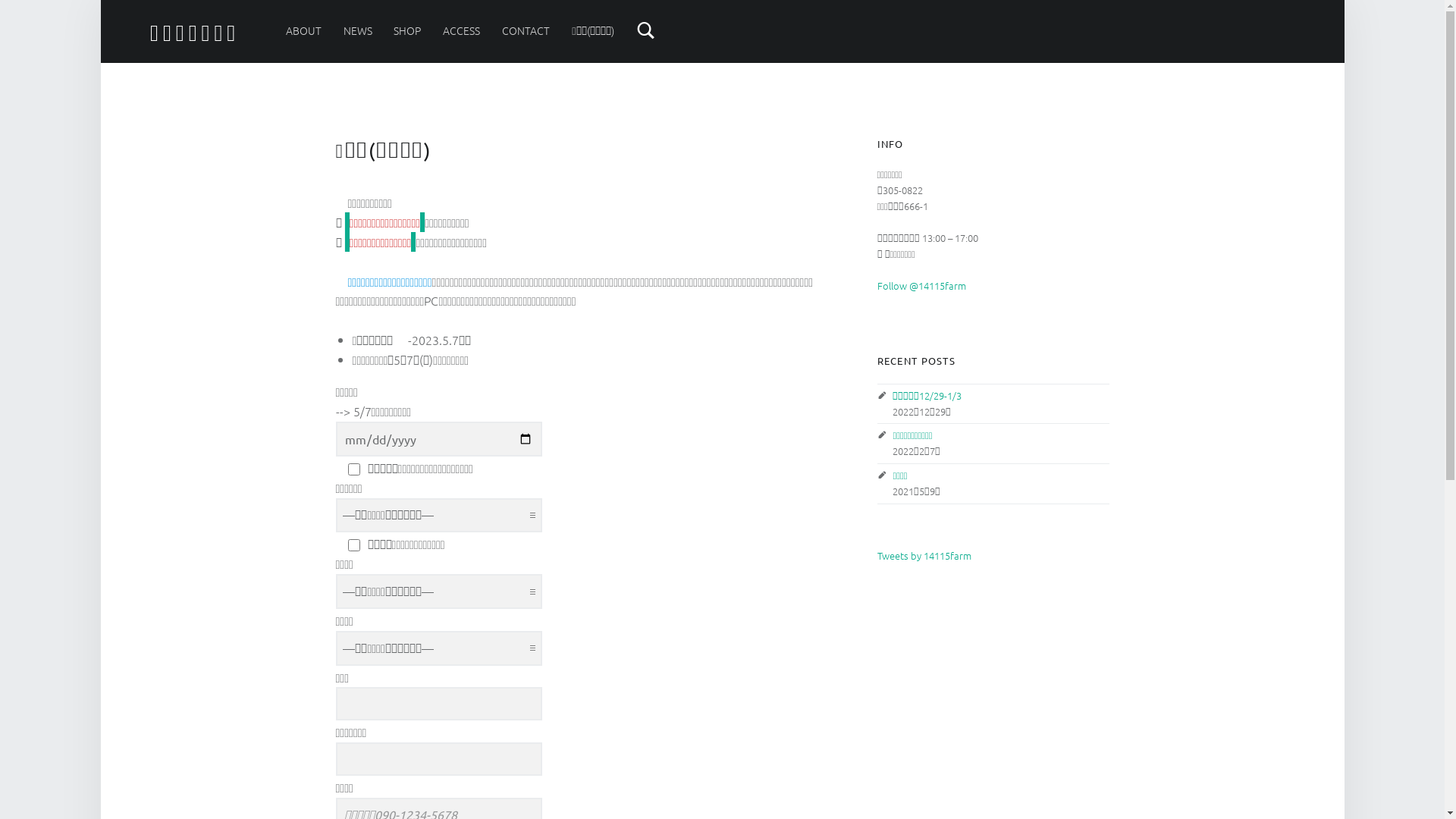  I want to click on 'SHOP', so click(407, 30).